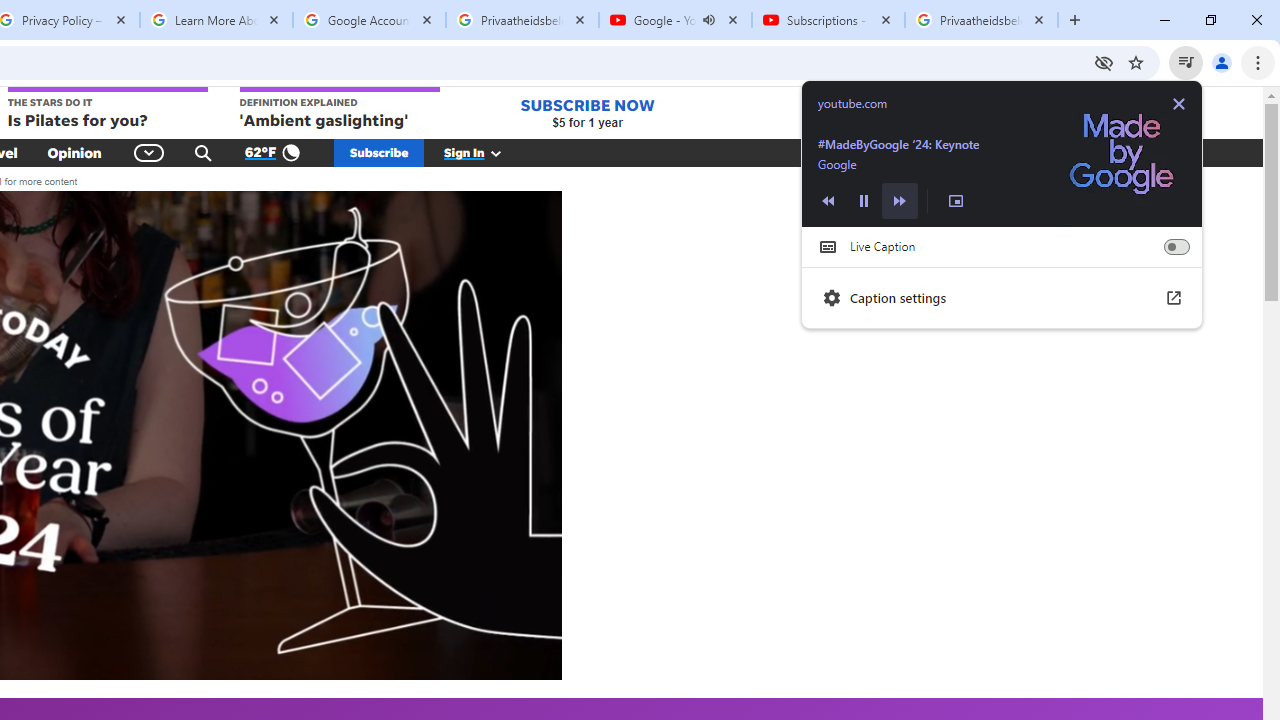  Describe the element at coordinates (675, 20) in the screenshot. I see `'Google - YouTube - Audio playing'` at that location.